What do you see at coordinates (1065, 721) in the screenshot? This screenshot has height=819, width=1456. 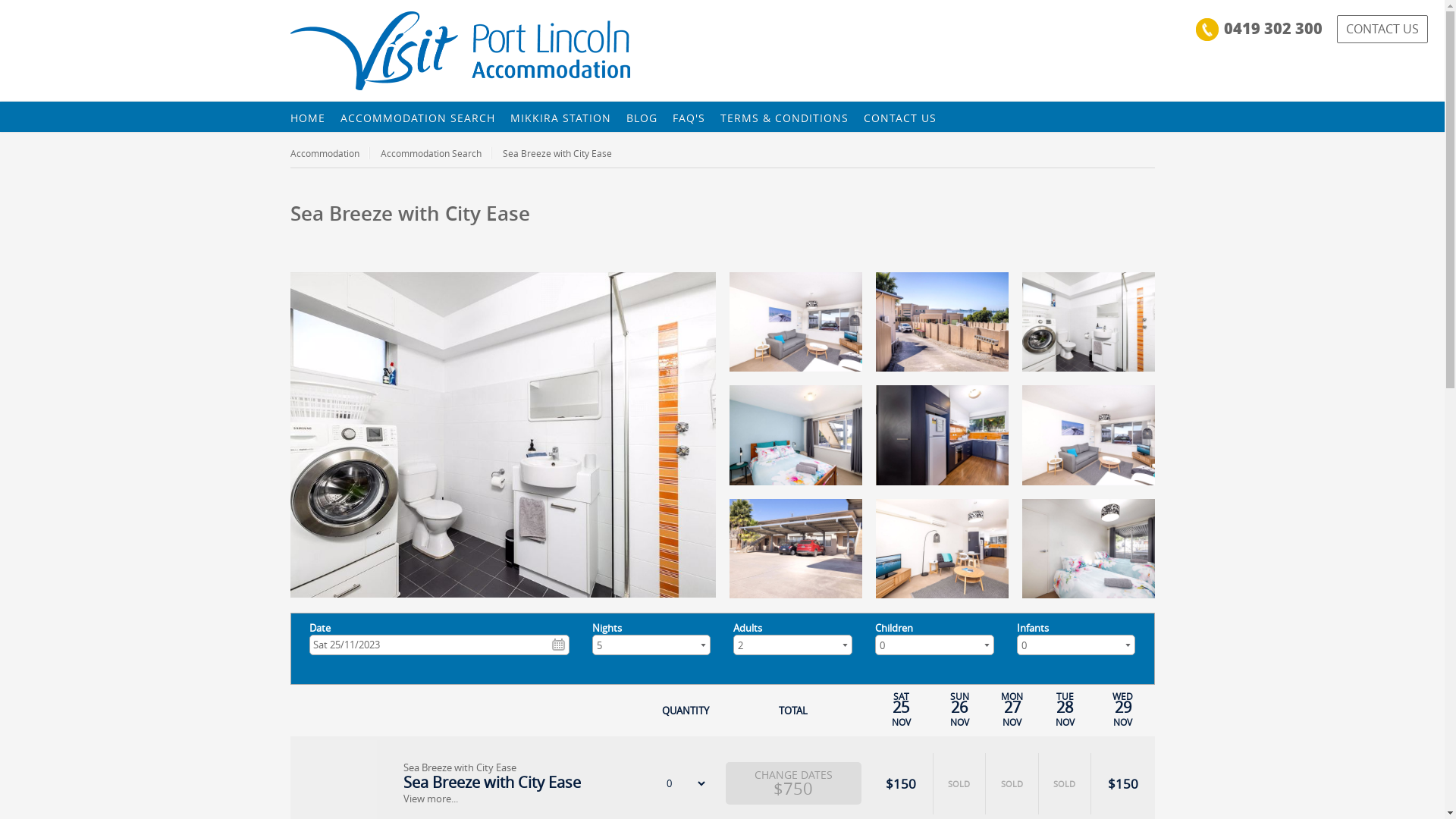 I see `'NOV'` at bounding box center [1065, 721].